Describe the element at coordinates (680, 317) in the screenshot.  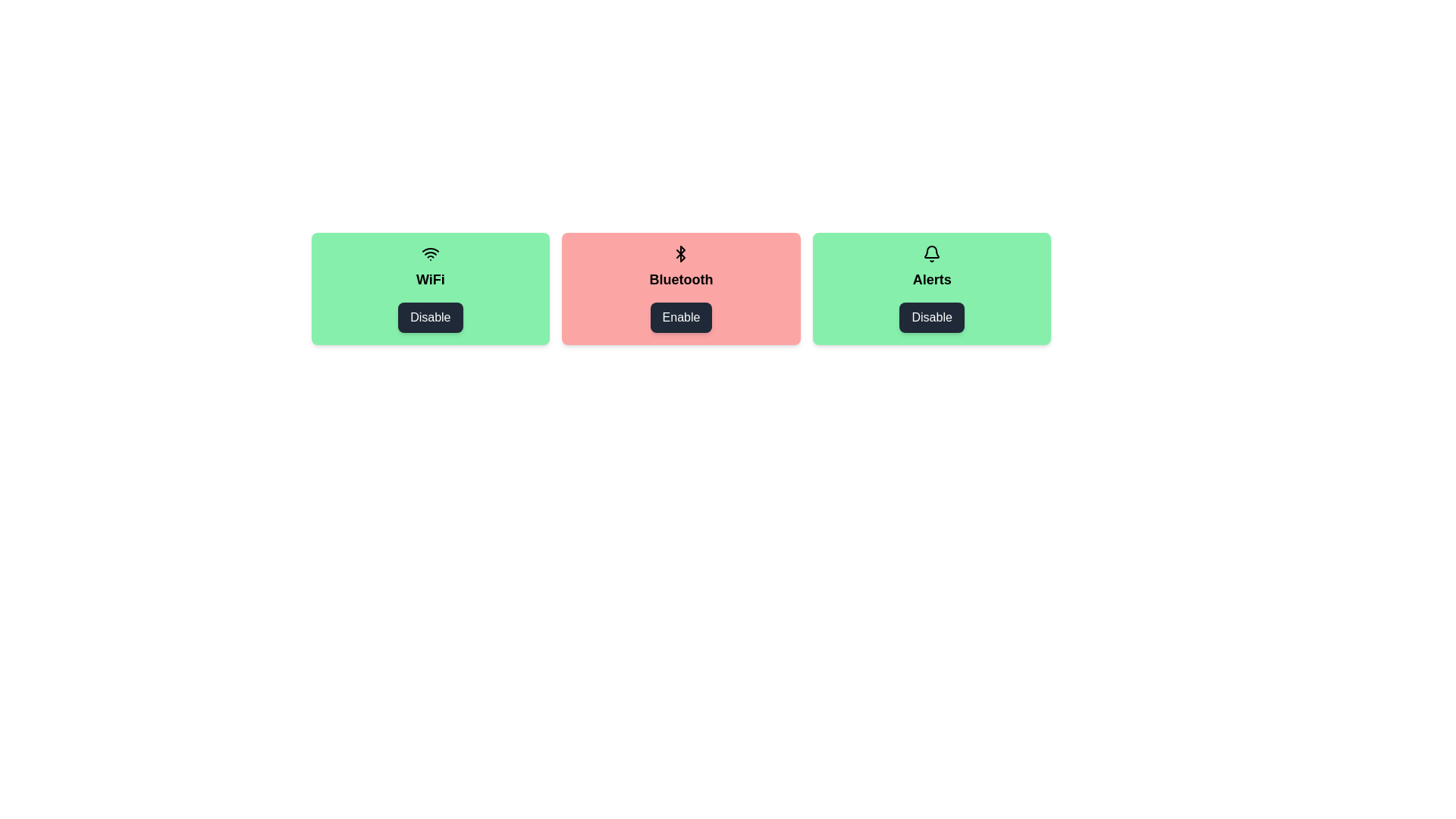
I see `the item labeled Bluetooth by clicking its button` at that location.